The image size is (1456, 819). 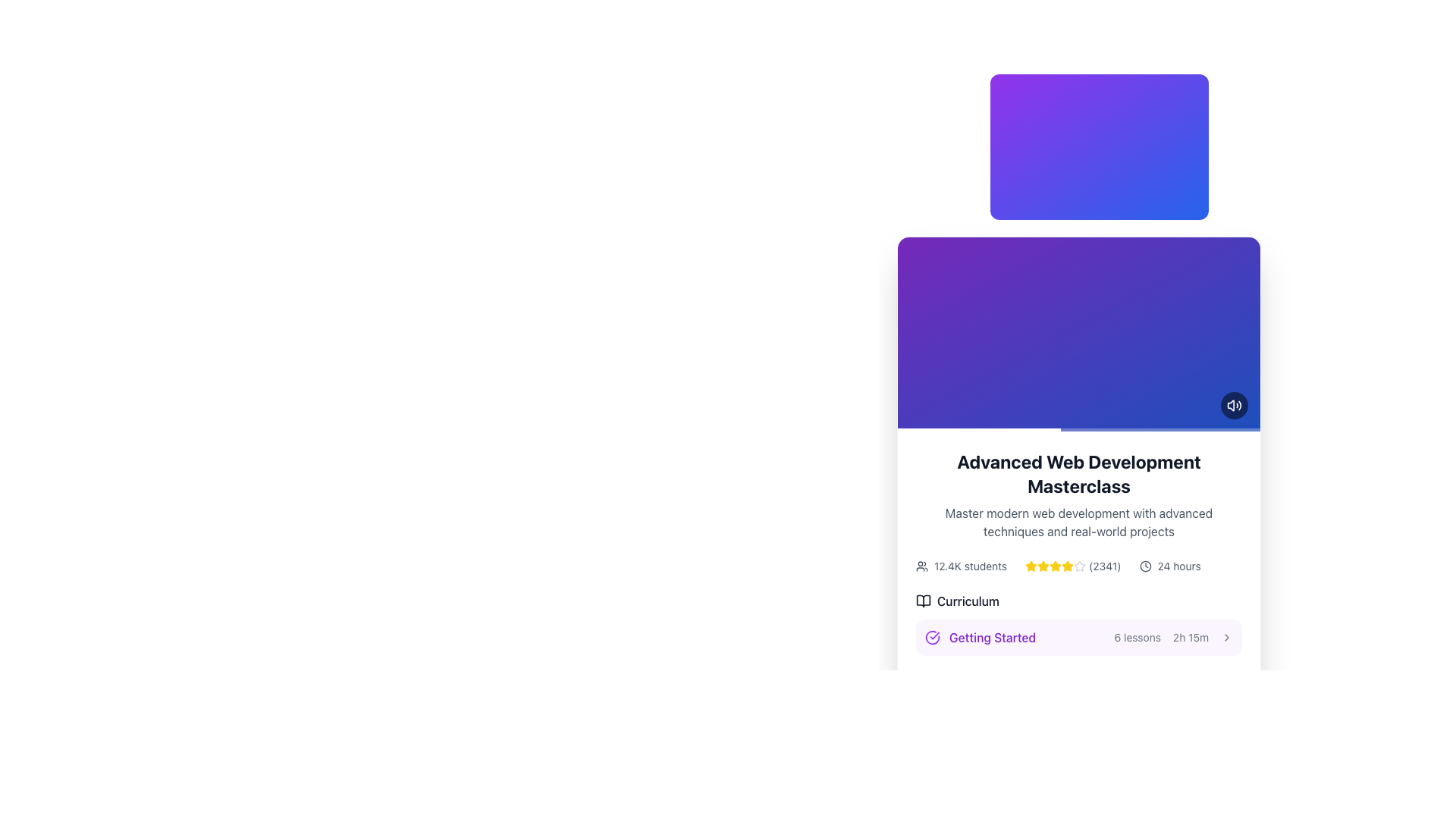 What do you see at coordinates (1031, 566) in the screenshot?
I see `the second star in the 5-star rating system for the 'Advanced Web Development Masterclass' course` at bounding box center [1031, 566].